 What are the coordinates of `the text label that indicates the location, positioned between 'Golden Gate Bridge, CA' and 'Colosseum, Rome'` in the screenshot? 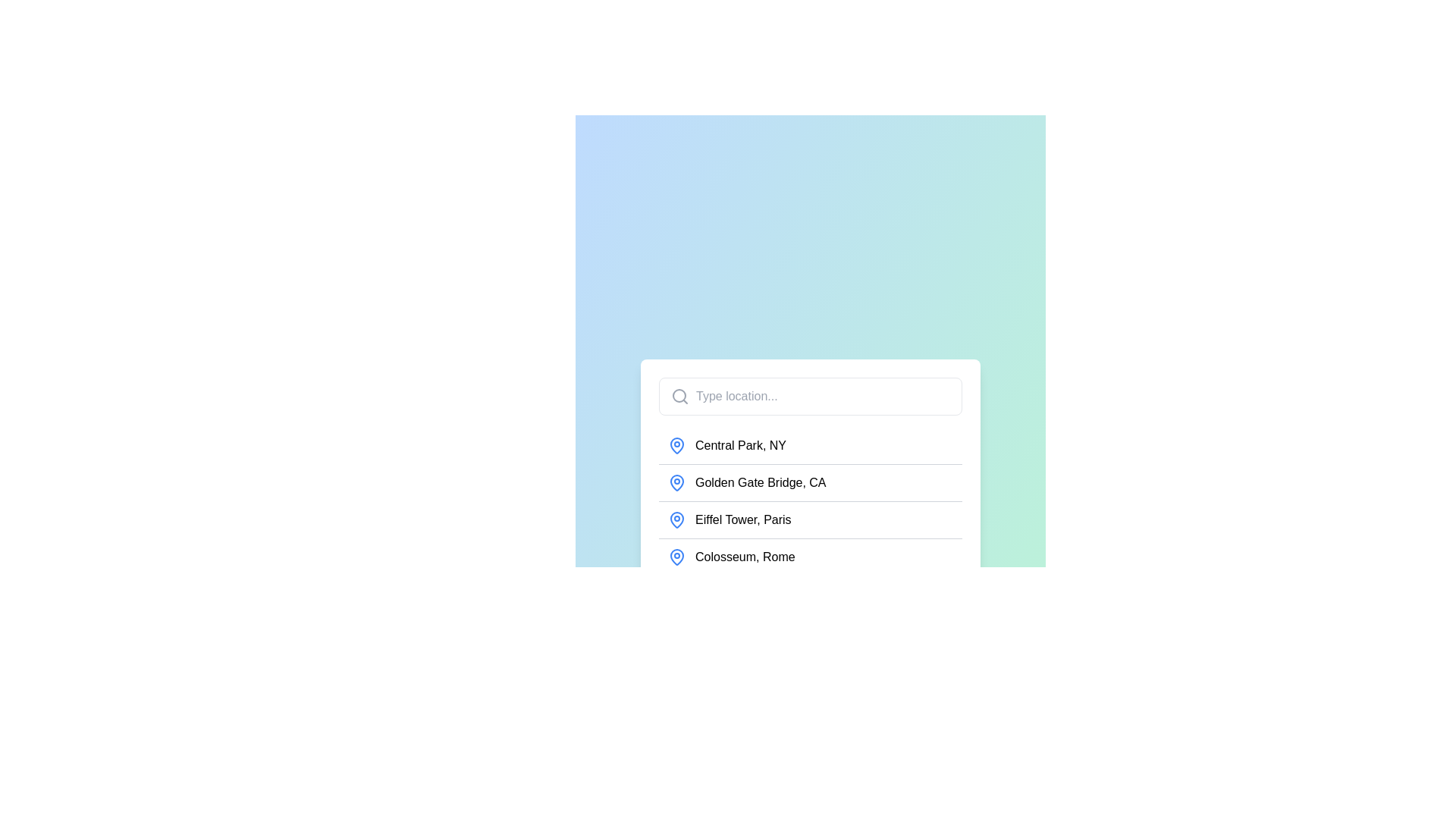 It's located at (743, 519).